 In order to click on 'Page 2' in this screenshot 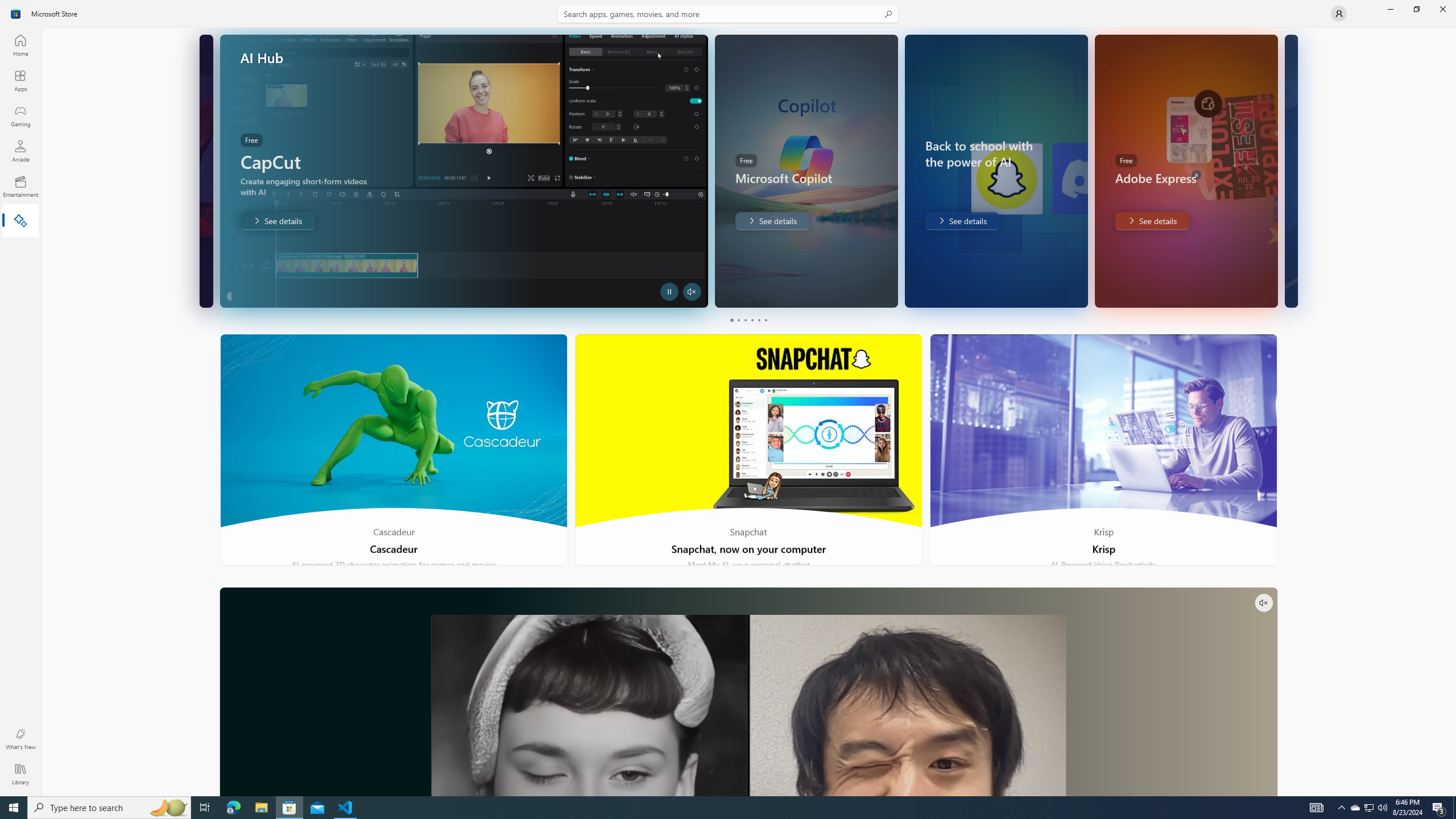, I will do `click(737, 320)`.